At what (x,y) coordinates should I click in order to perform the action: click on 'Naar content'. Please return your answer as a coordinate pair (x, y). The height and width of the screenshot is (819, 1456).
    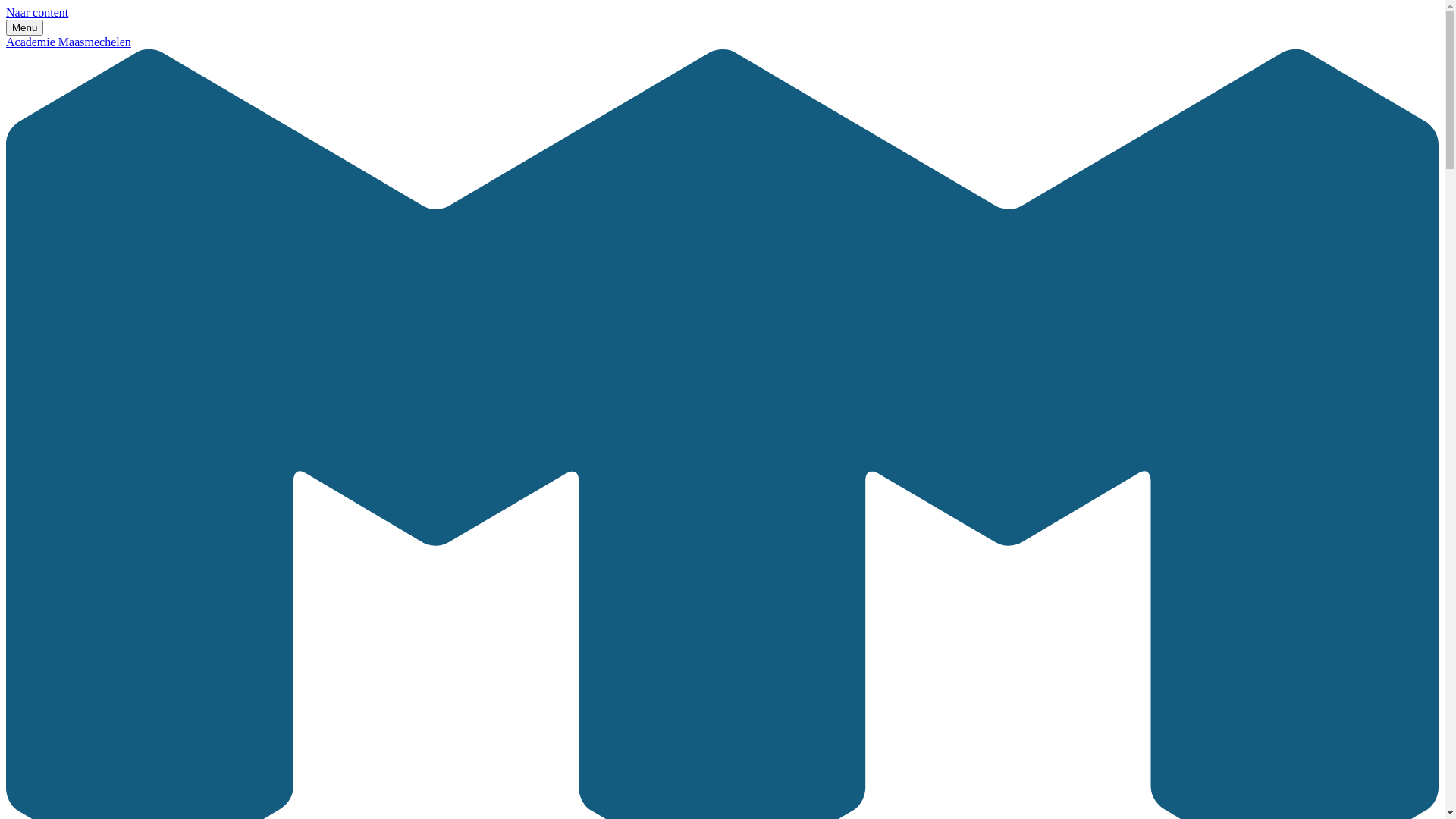
    Looking at the image, I should click on (36, 12).